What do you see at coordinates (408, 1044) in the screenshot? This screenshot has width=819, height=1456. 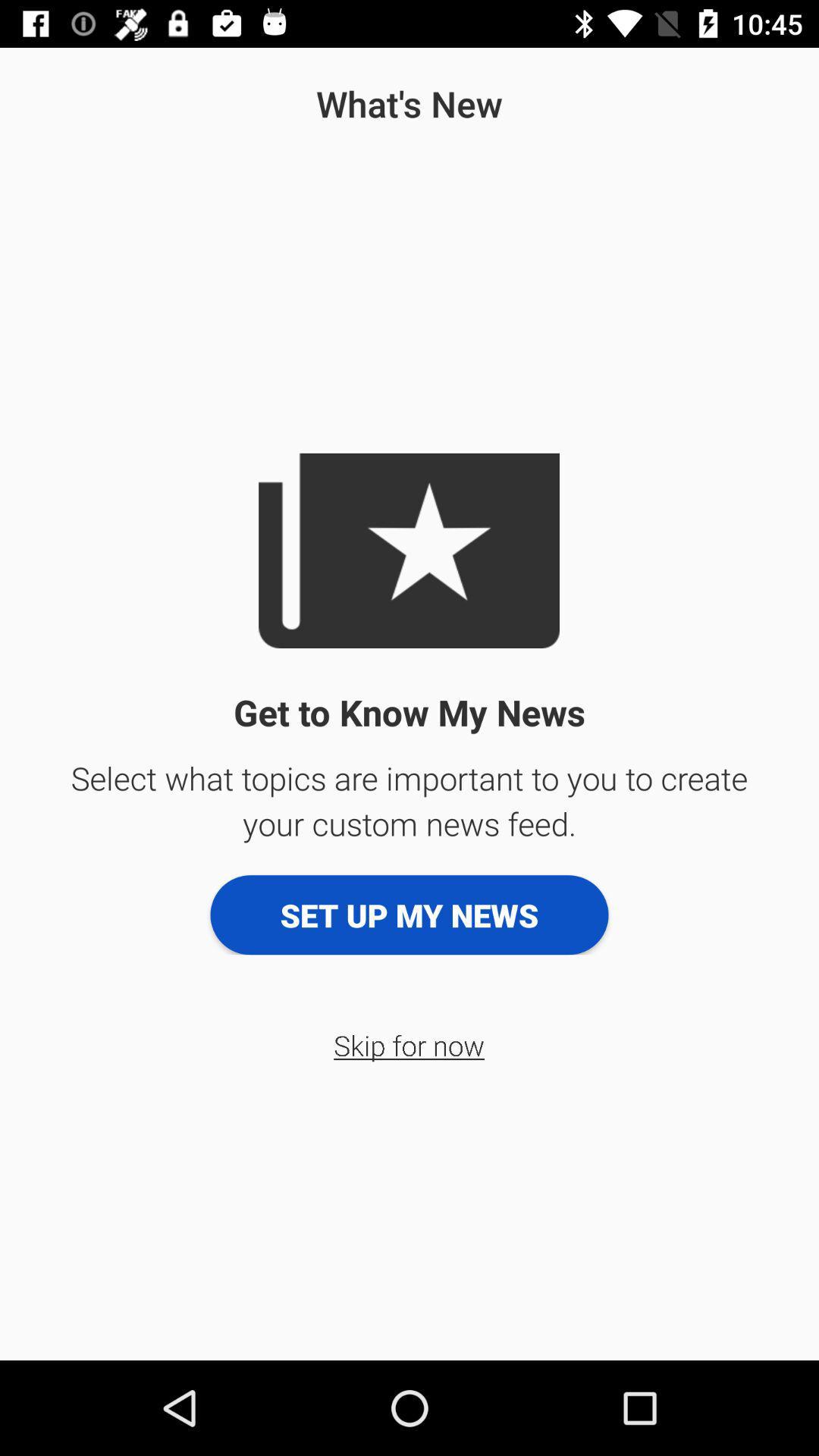 I see `the skip for now` at bounding box center [408, 1044].